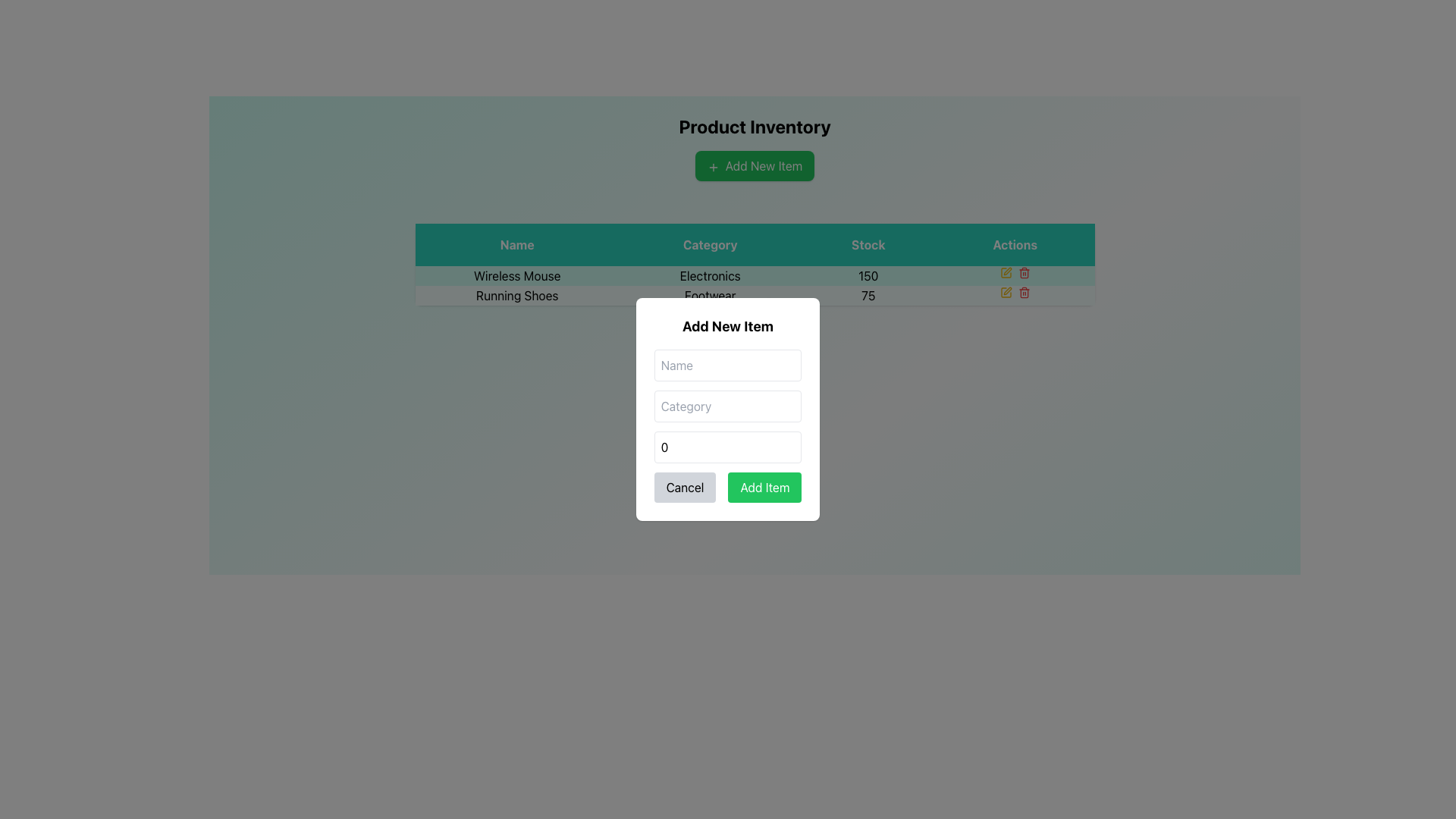 The image size is (1456, 819). I want to click on the 'Running Shoes' label, which is the first textual entry in the second row of the table under the 'Name' column, located directly below 'Wireless Mouse', so click(517, 295).